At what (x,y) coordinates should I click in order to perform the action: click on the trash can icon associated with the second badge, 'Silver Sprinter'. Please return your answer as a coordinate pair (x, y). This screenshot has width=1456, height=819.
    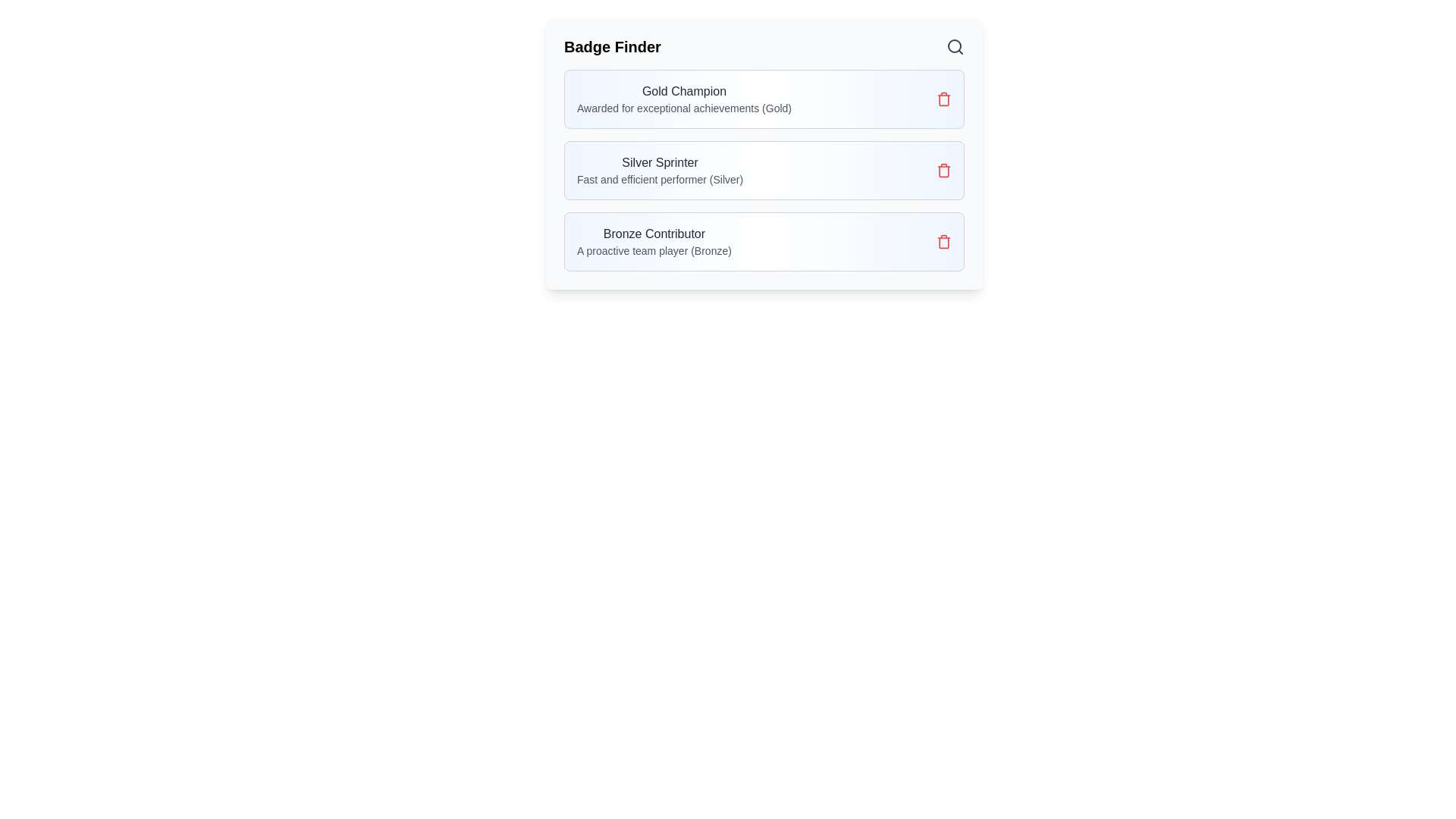
    Looking at the image, I should click on (943, 171).